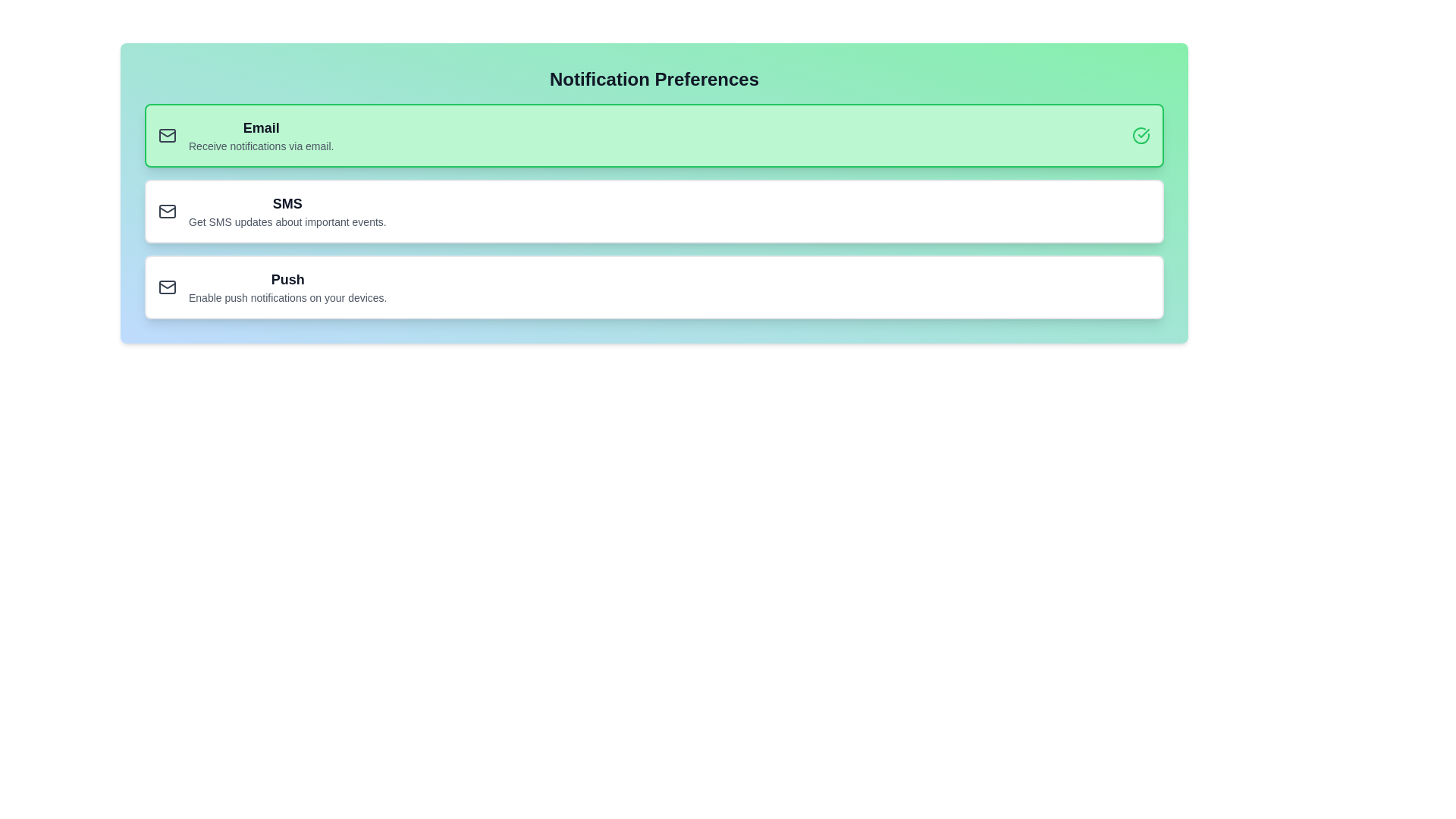  Describe the element at coordinates (1141, 134) in the screenshot. I see `the green circular check icon indicating positive status, located on the far right of the 'Email' option box` at that location.